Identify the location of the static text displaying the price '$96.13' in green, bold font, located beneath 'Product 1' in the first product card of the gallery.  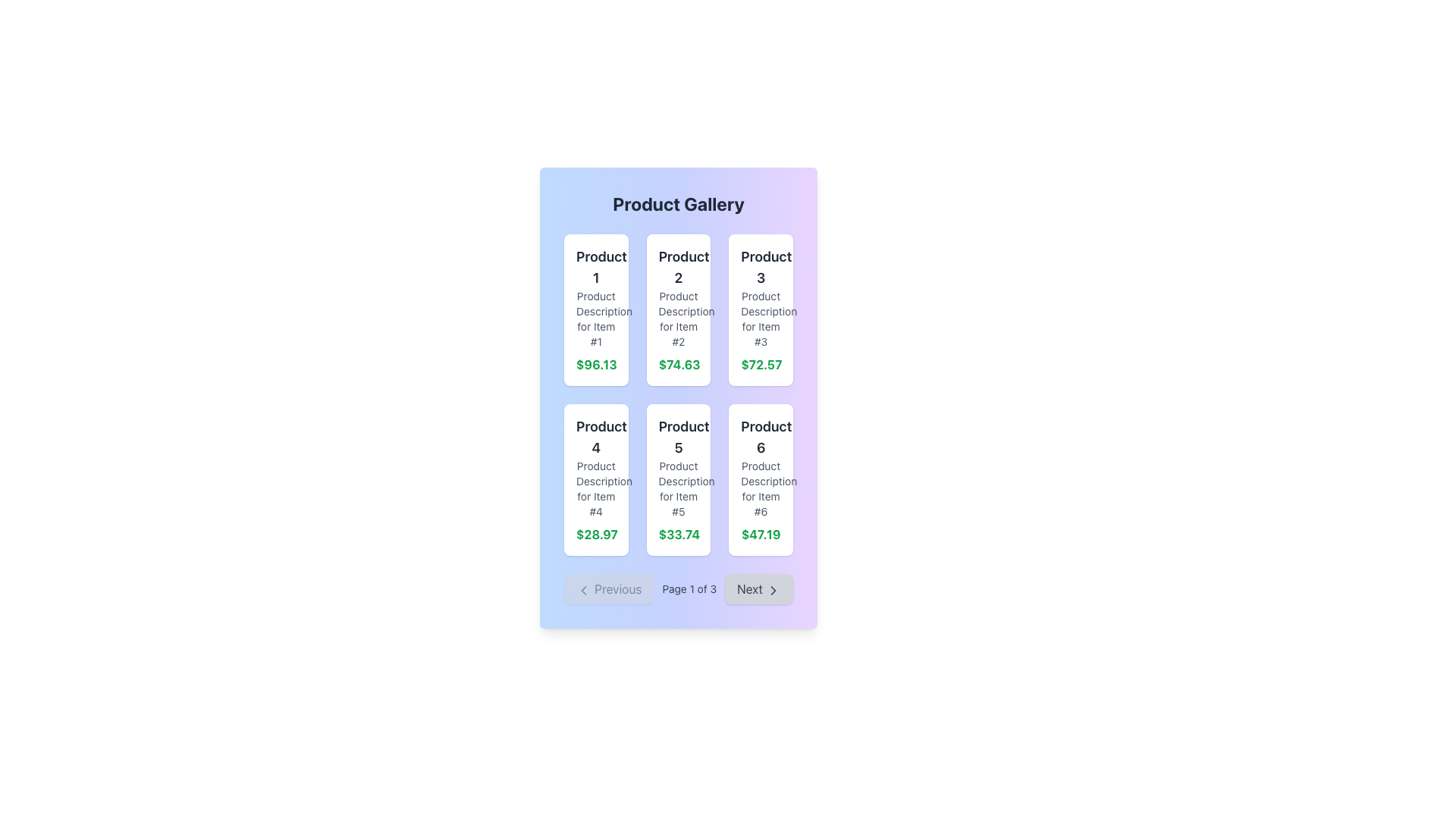
(595, 365).